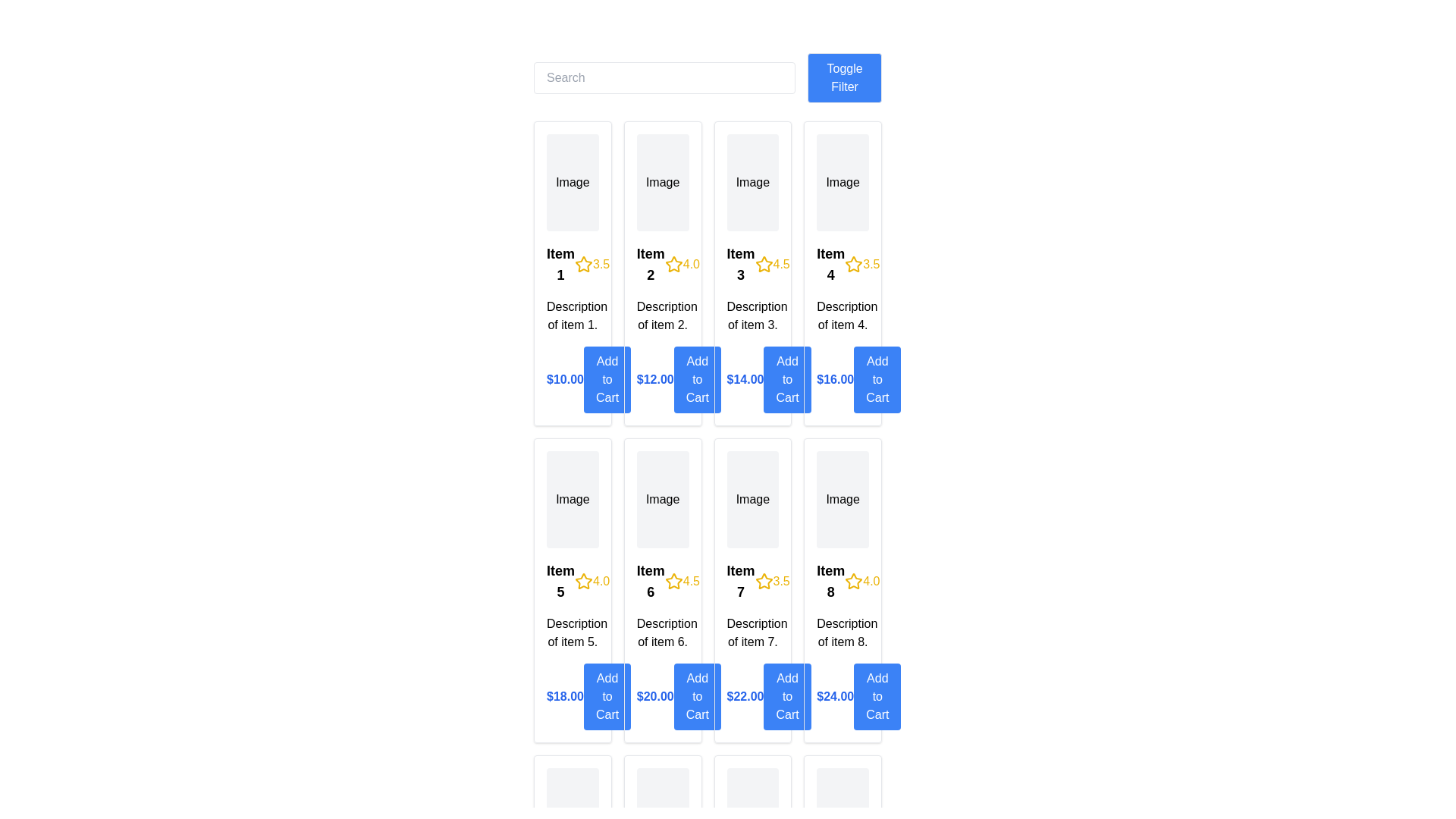  What do you see at coordinates (752, 632) in the screenshot?
I see `the textual label displaying 'Description of item 7.' which is located below the 'Item 7' title in the grid layout` at bounding box center [752, 632].